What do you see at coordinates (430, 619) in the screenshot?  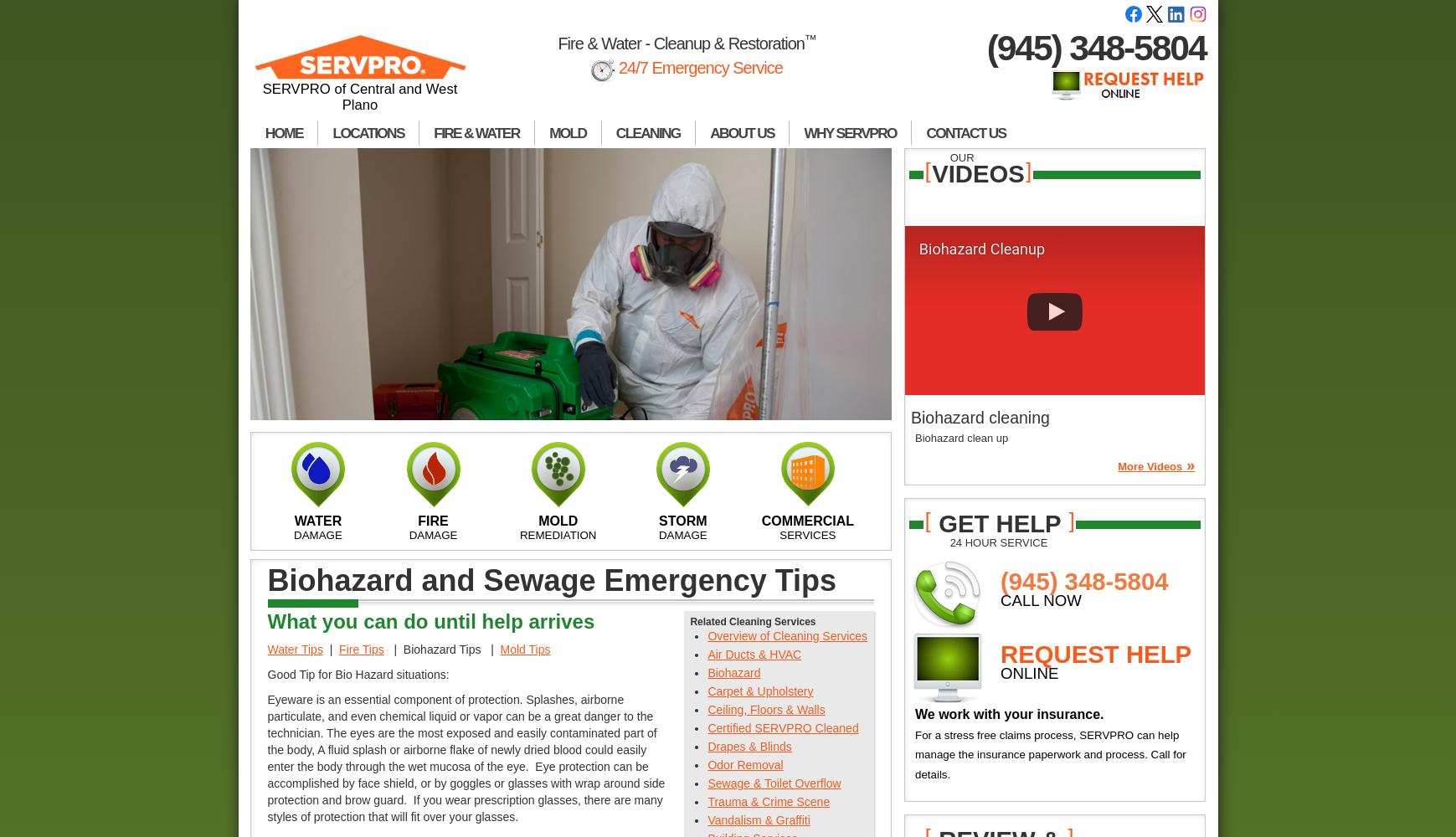 I see `'What you can do until help arrives'` at bounding box center [430, 619].